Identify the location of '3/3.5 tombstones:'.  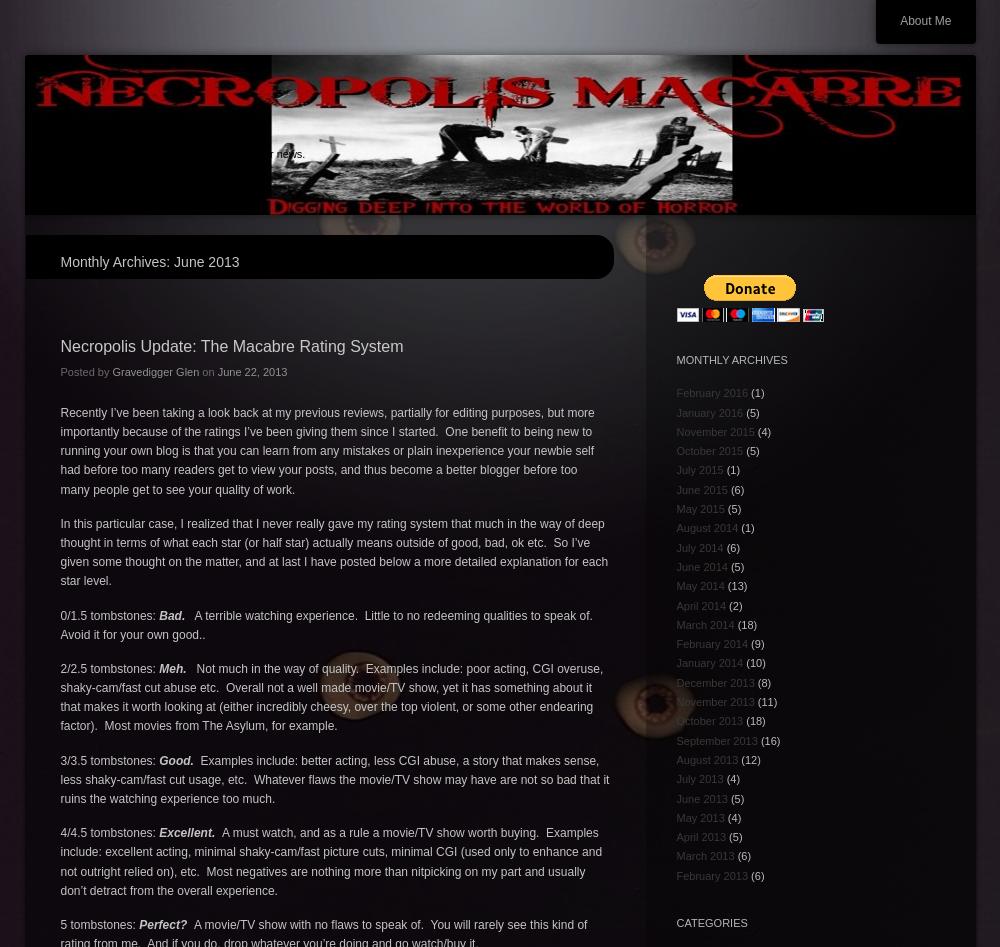
(108, 759).